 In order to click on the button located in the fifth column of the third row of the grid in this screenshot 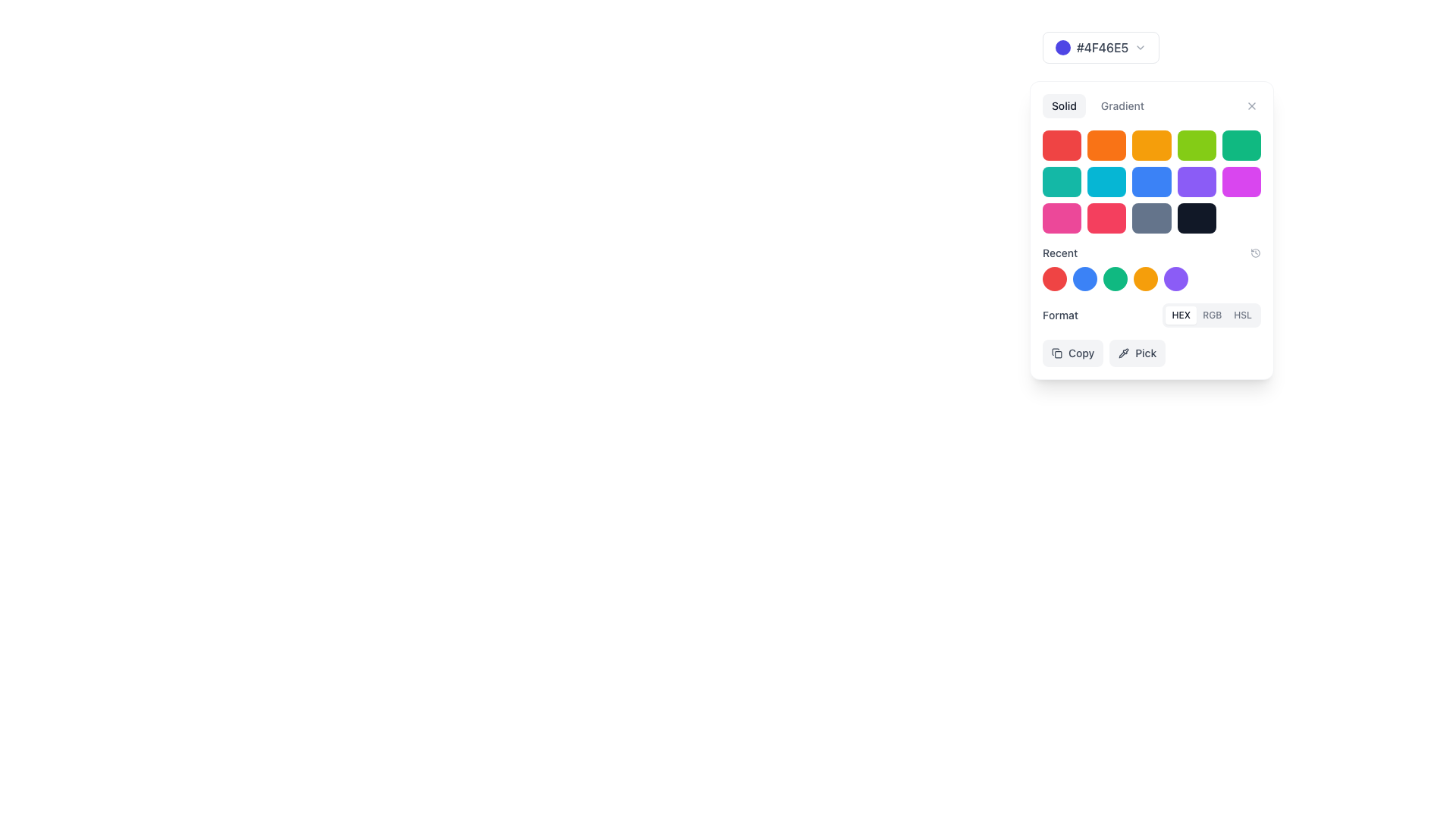, I will do `click(1196, 218)`.